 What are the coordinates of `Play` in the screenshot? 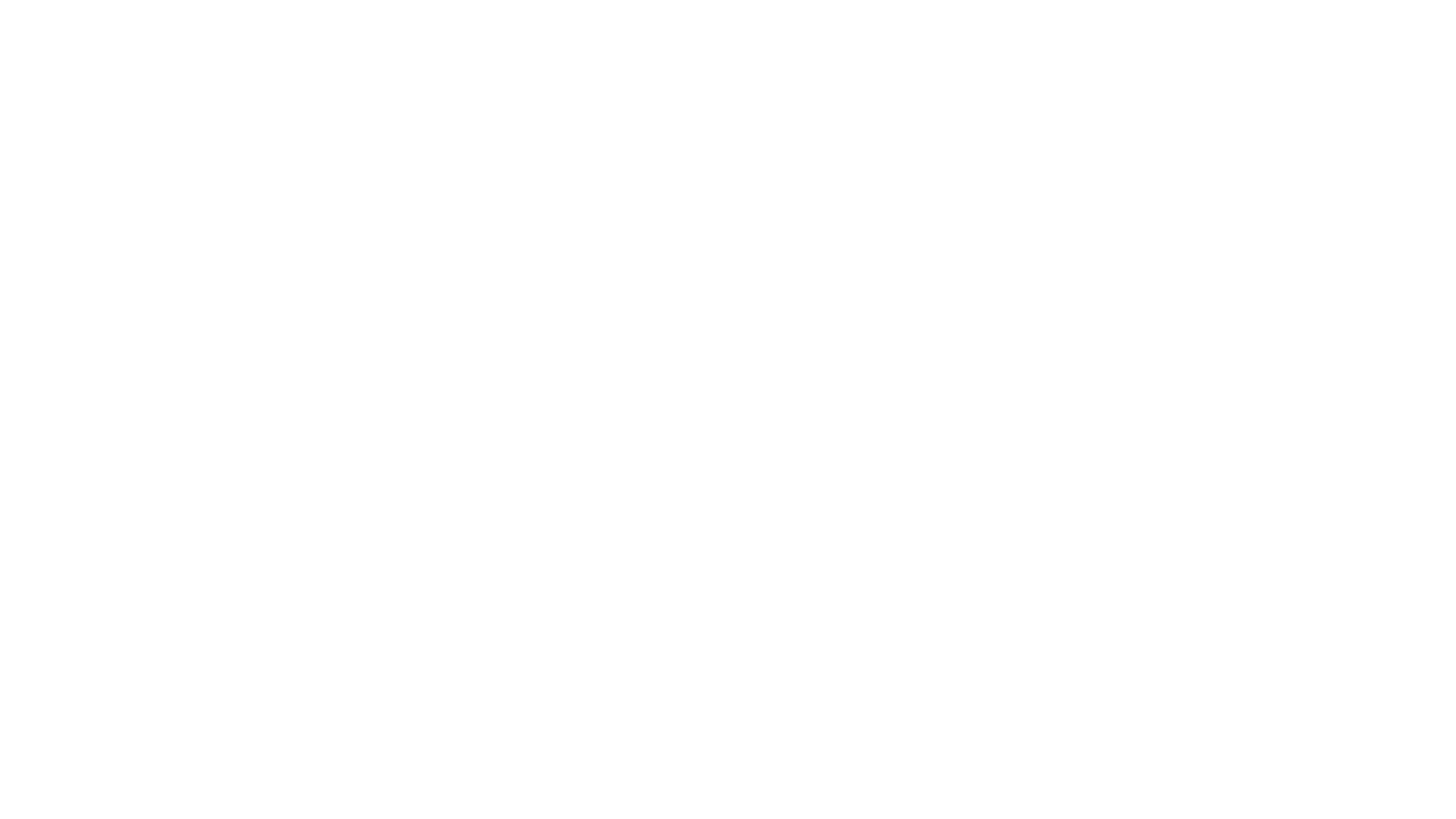 It's located at (960, 724).